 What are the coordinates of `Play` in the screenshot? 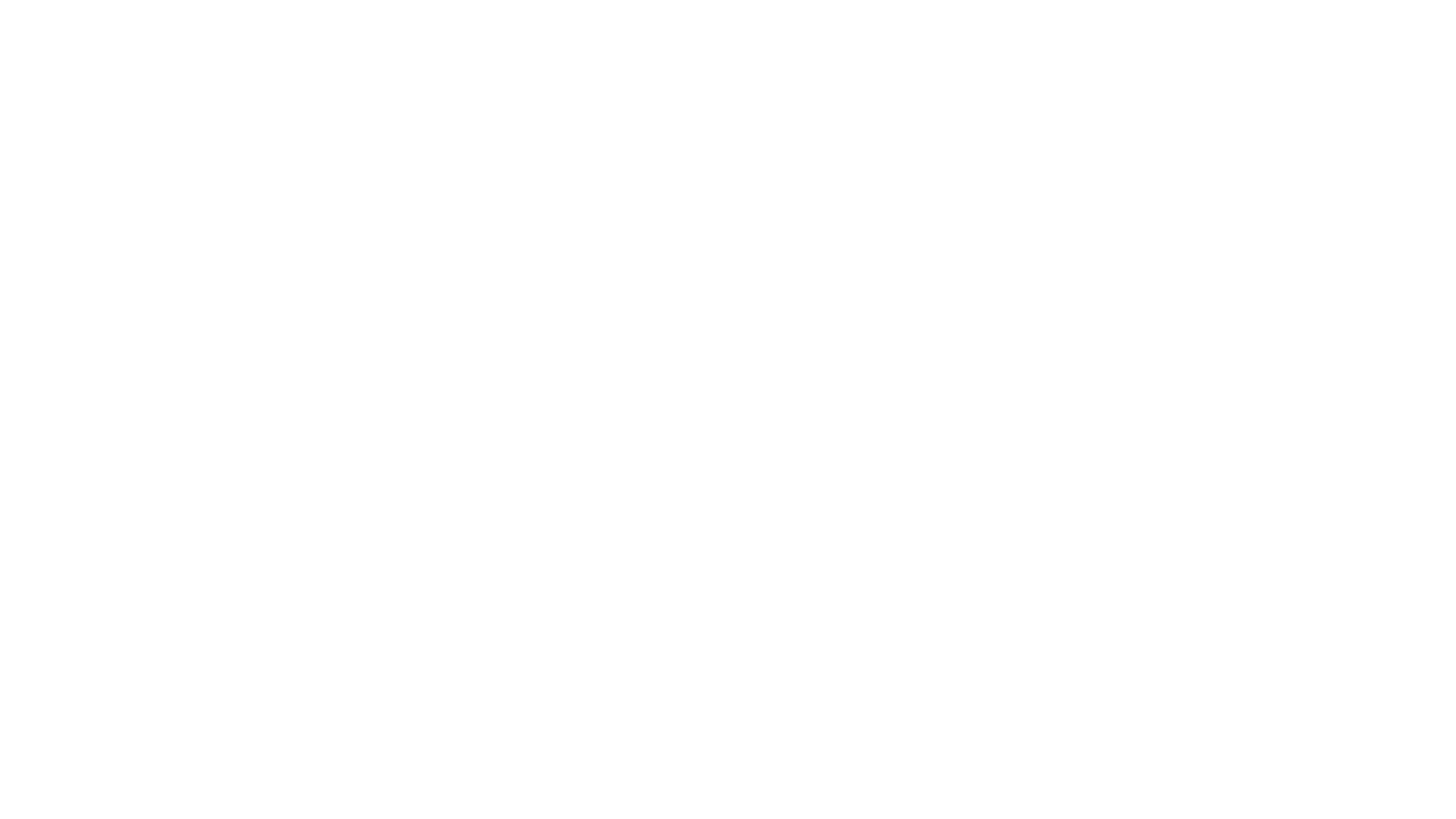 It's located at (960, 724).